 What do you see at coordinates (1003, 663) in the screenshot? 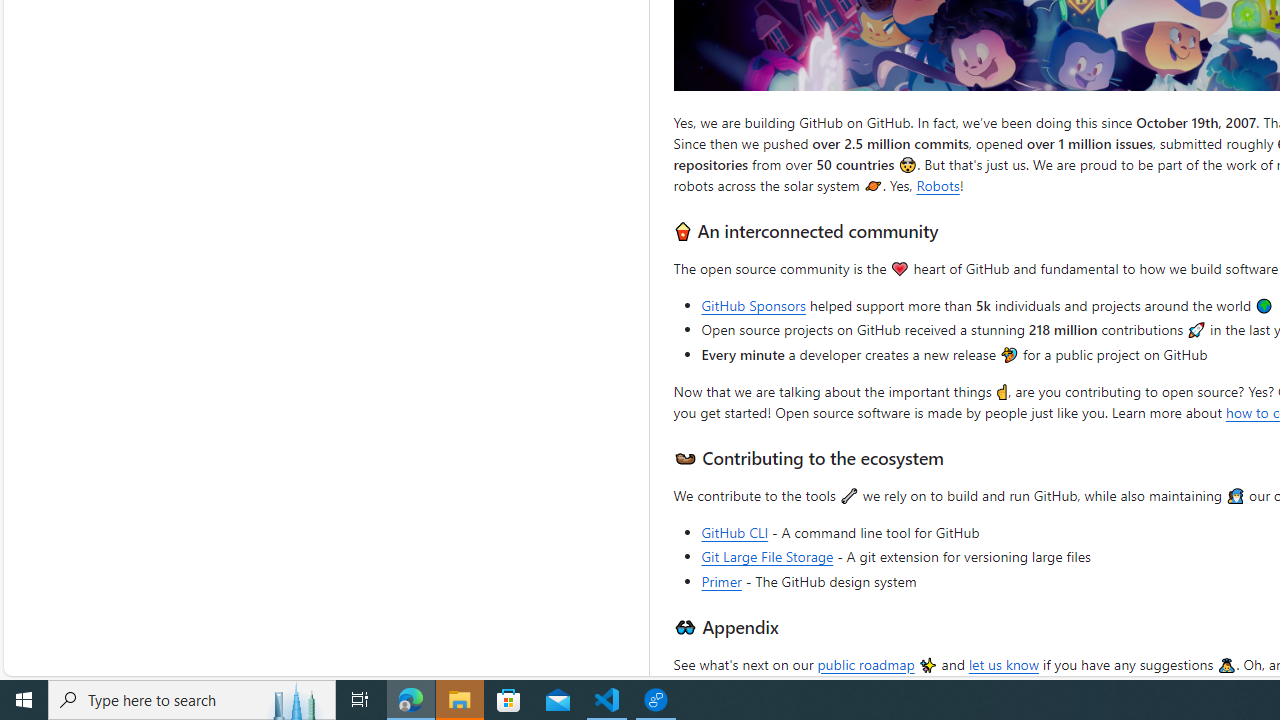
I see `'let us know'` at bounding box center [1003, 663].